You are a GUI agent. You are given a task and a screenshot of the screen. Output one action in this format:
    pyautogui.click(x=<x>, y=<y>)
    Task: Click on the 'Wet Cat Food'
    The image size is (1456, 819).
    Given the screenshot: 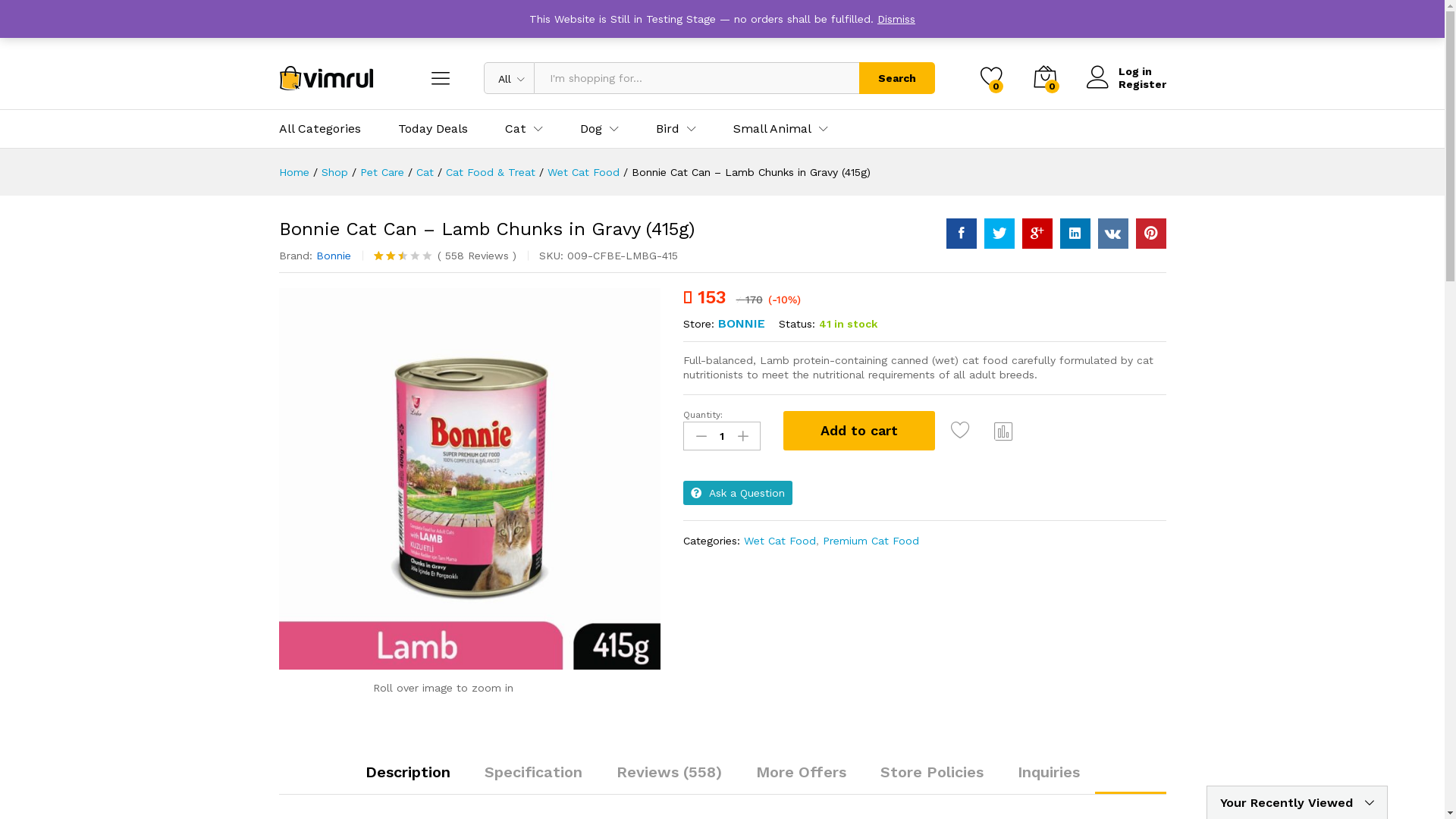 What is the action you would take?
    pyautogui.click(x=582, y=171)
    